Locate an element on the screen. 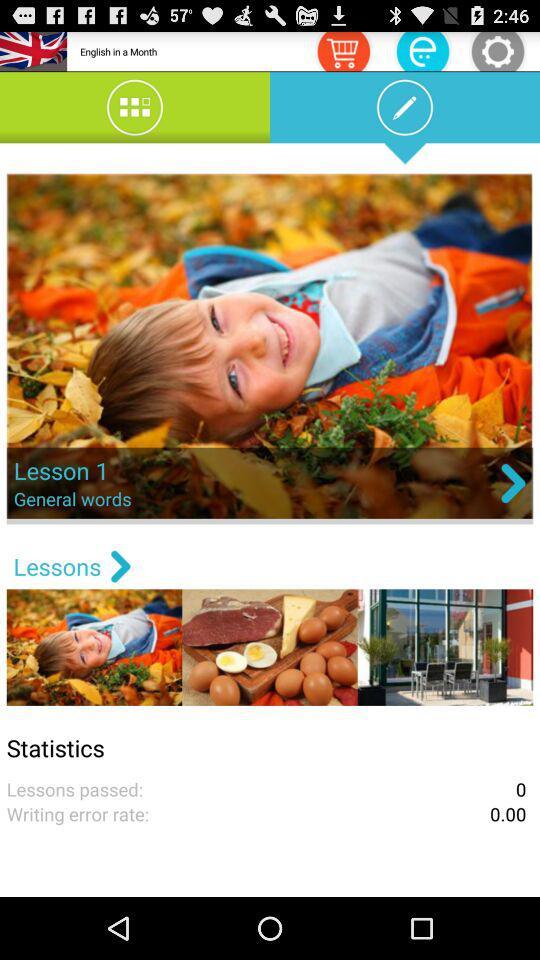  your shopping cart is located at coordinates (342, 50).